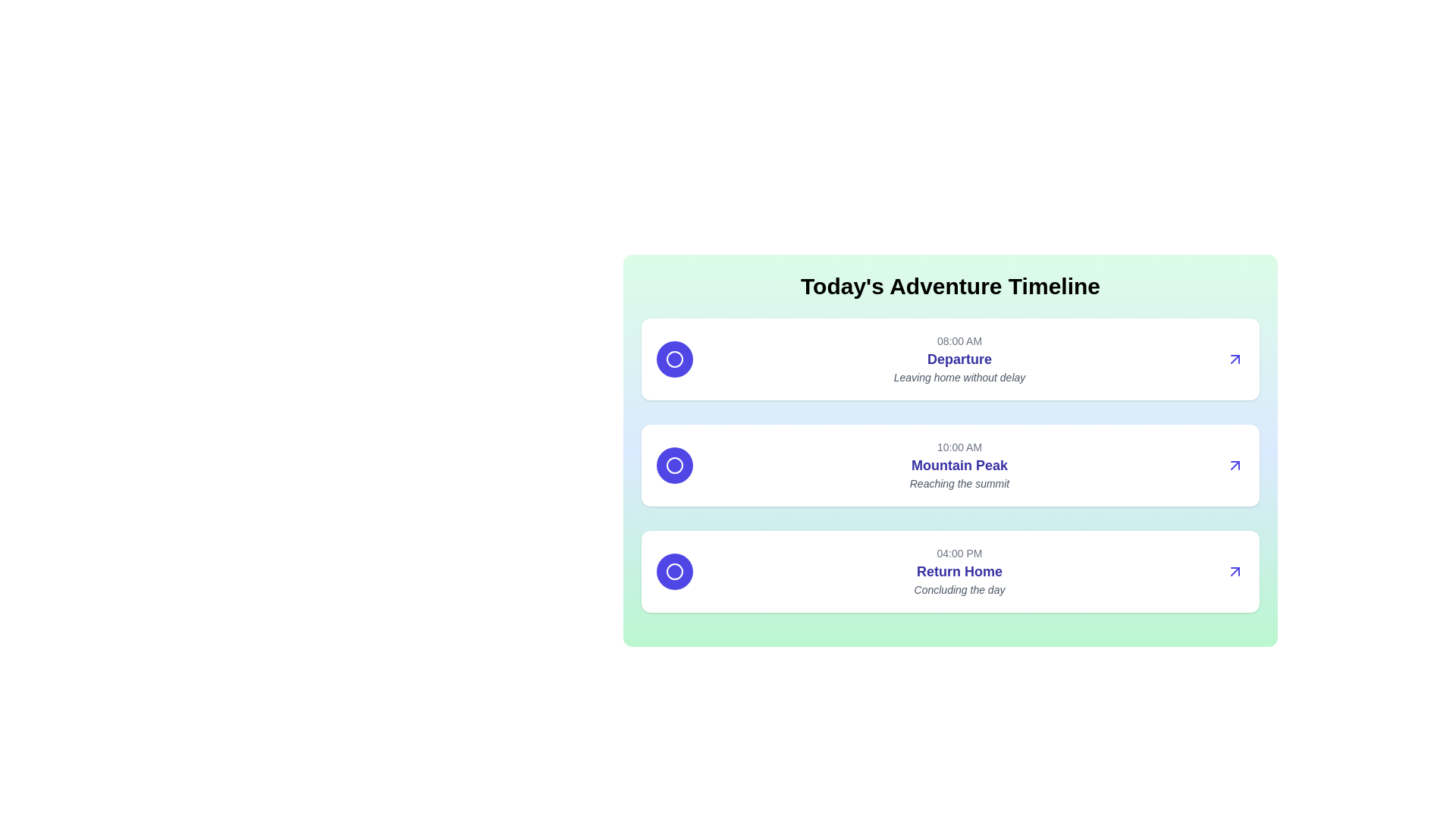  I want to click on the title text label for the timeline entry, which is positioned centrally beneath '04:00 PM' and above 'Concluding the day', so click(959, 571).